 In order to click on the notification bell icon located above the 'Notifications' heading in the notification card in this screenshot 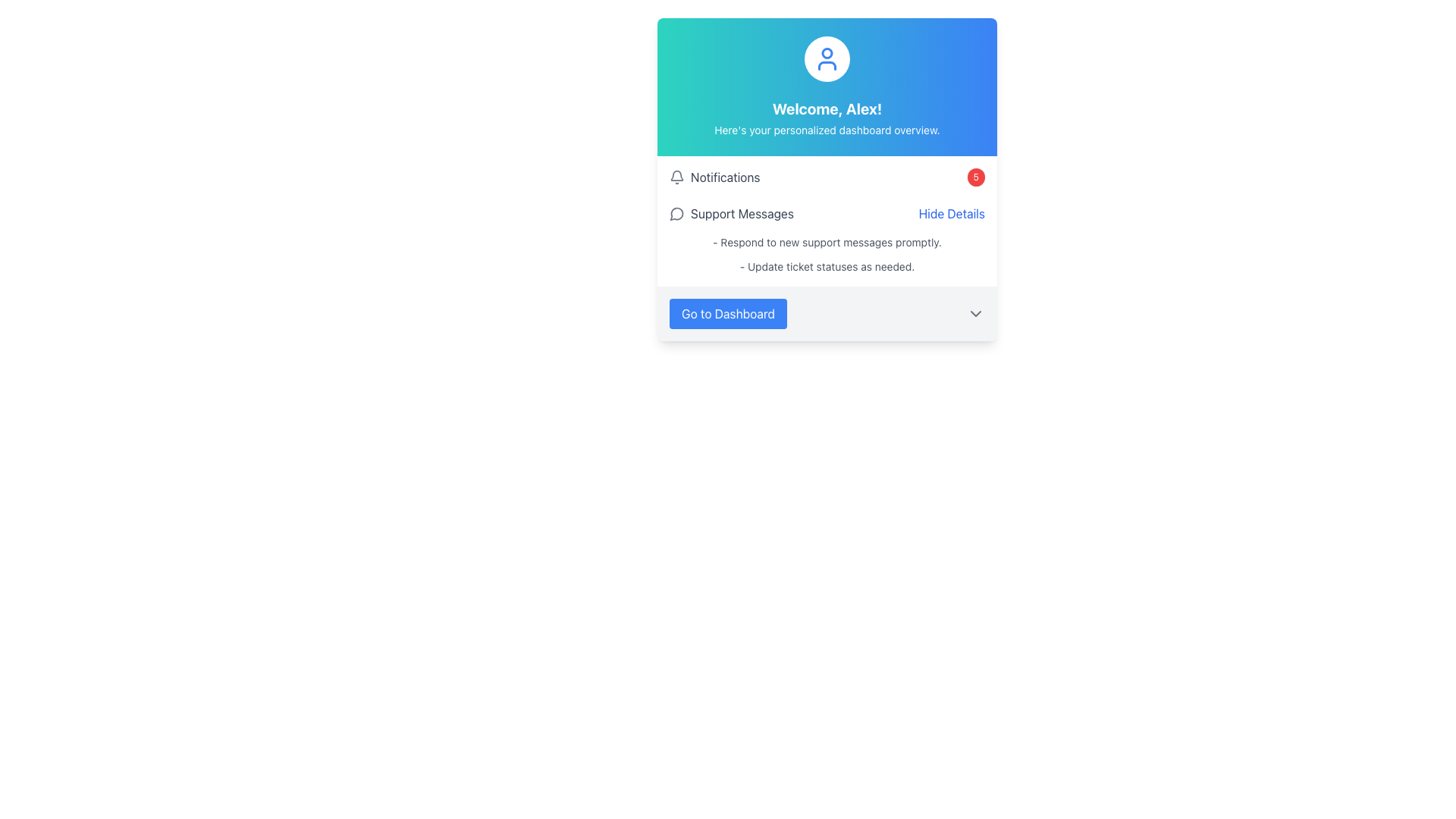, I will do `click(676, 174)`.